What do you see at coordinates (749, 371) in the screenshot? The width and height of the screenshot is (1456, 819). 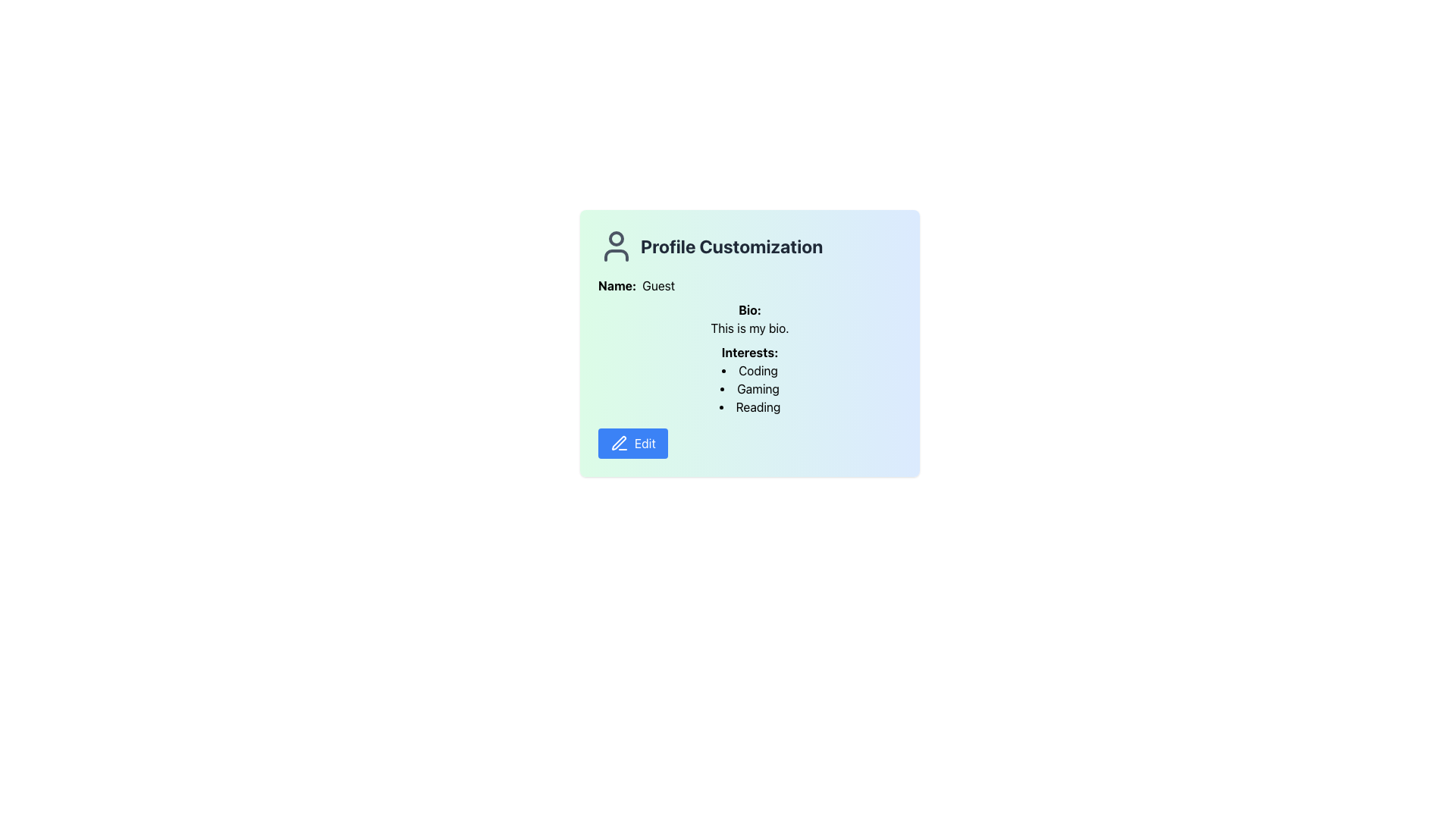 I see `text 'Coding' from the first item in the vertical list of interests located in the 'Profile Customization' card` at bounding box center [749, 371].